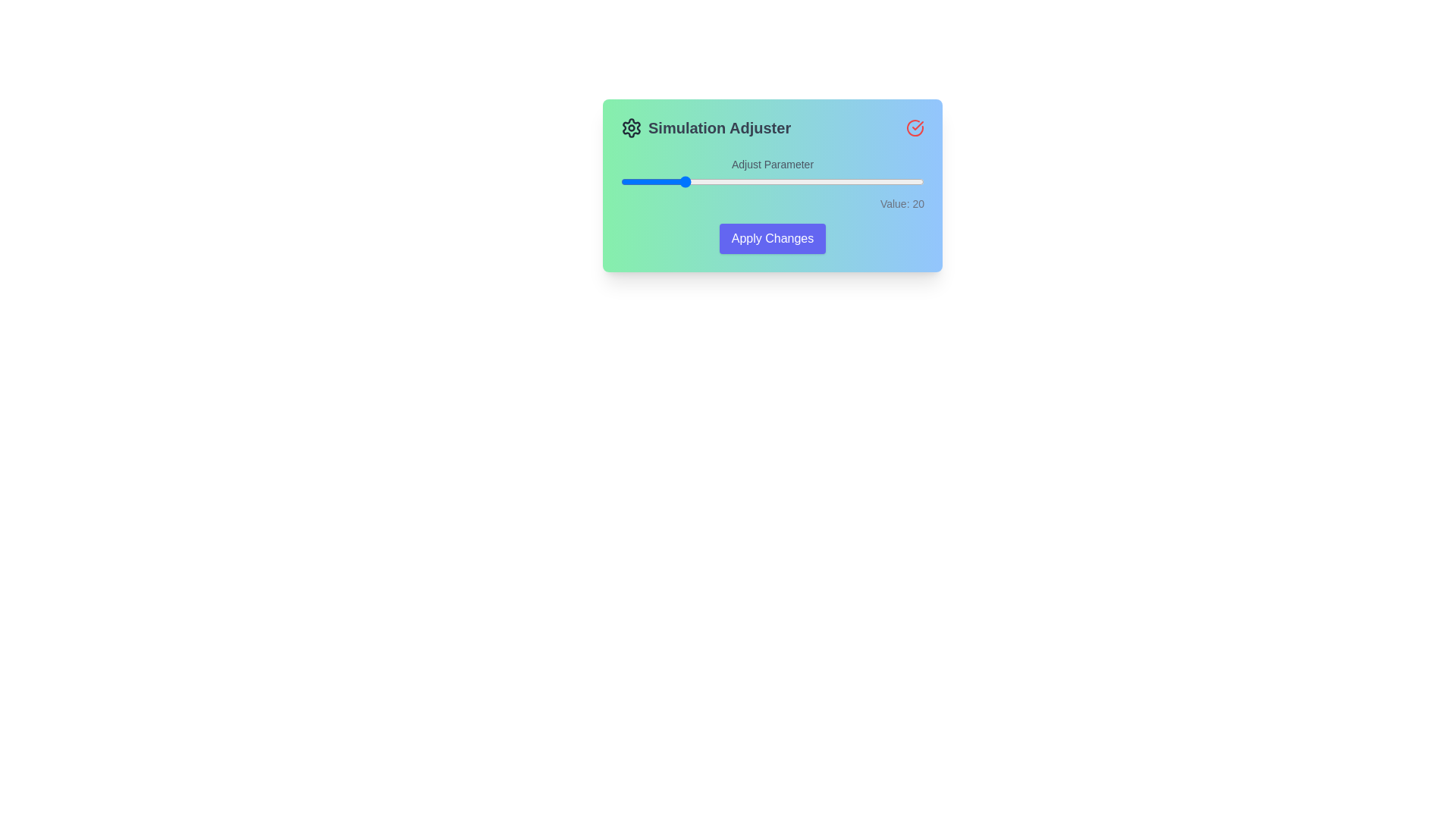 This screenshot has height=819, width=1456. I want to click on the slider to set its value to 49, so click(769, 180).